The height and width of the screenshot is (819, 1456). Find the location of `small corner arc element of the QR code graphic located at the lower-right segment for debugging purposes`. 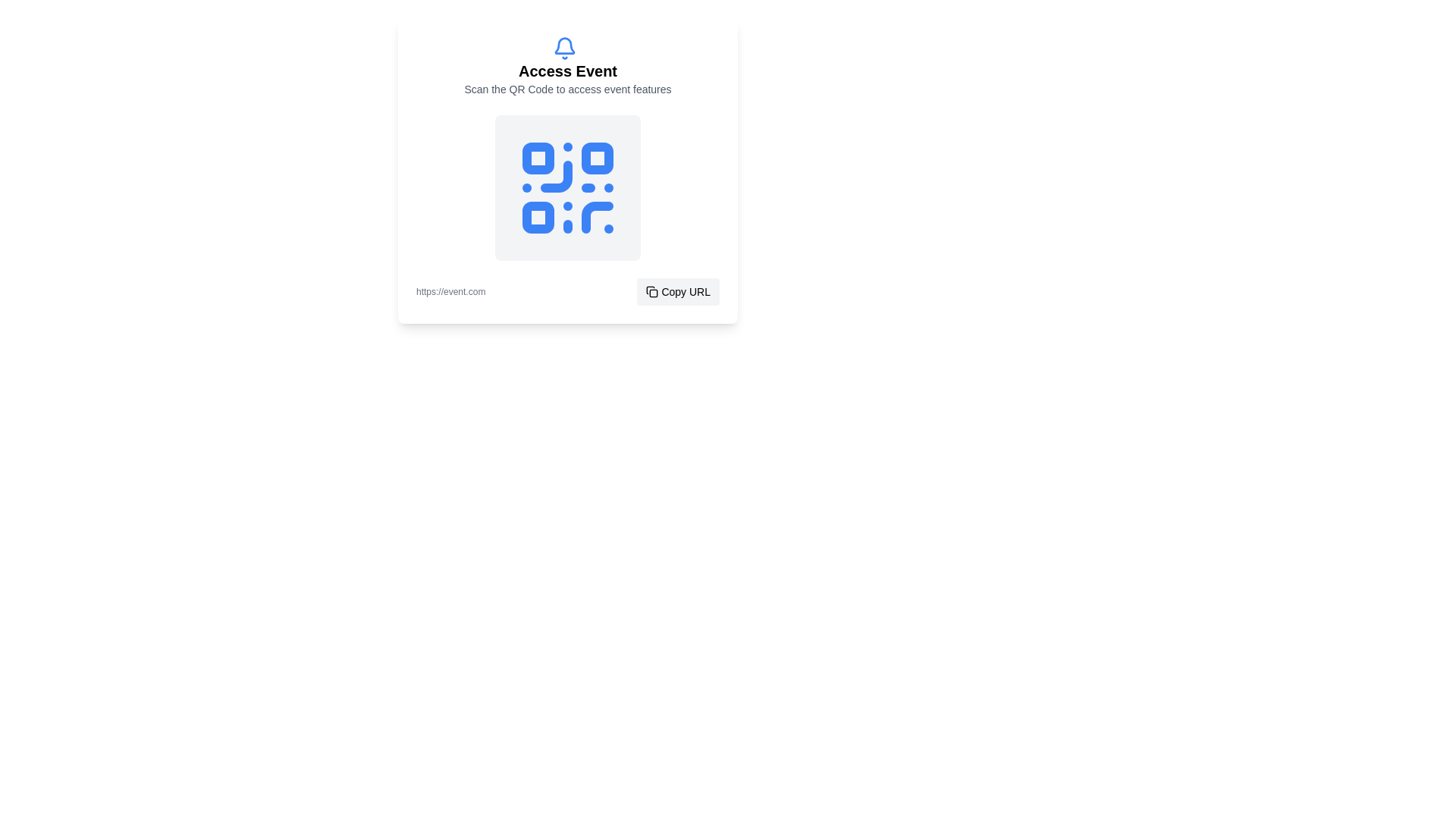

small corner arc element of the QR code graphic located at the lower-right segment for debugging purposes is located at coordinates (596, 217).